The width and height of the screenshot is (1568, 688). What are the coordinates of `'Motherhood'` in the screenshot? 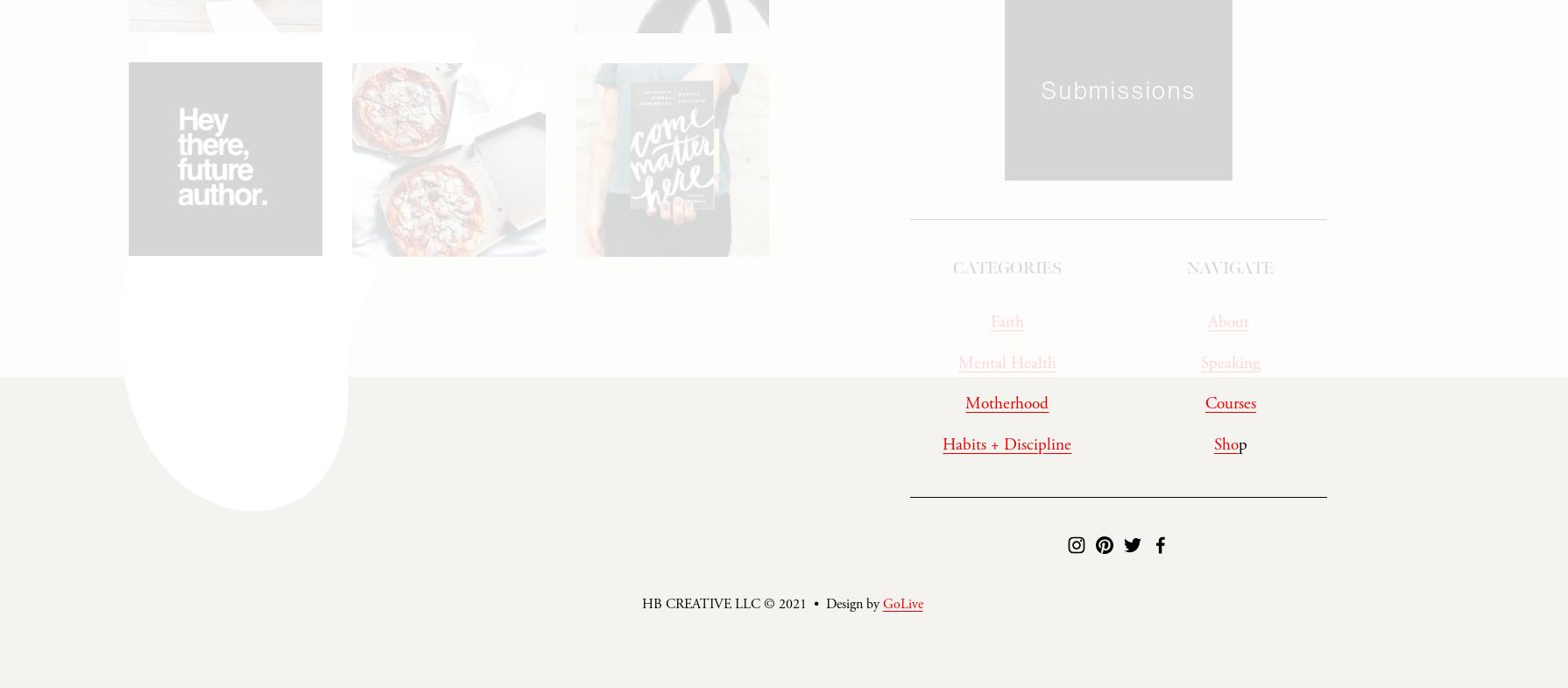 It's located at (1006, 409).